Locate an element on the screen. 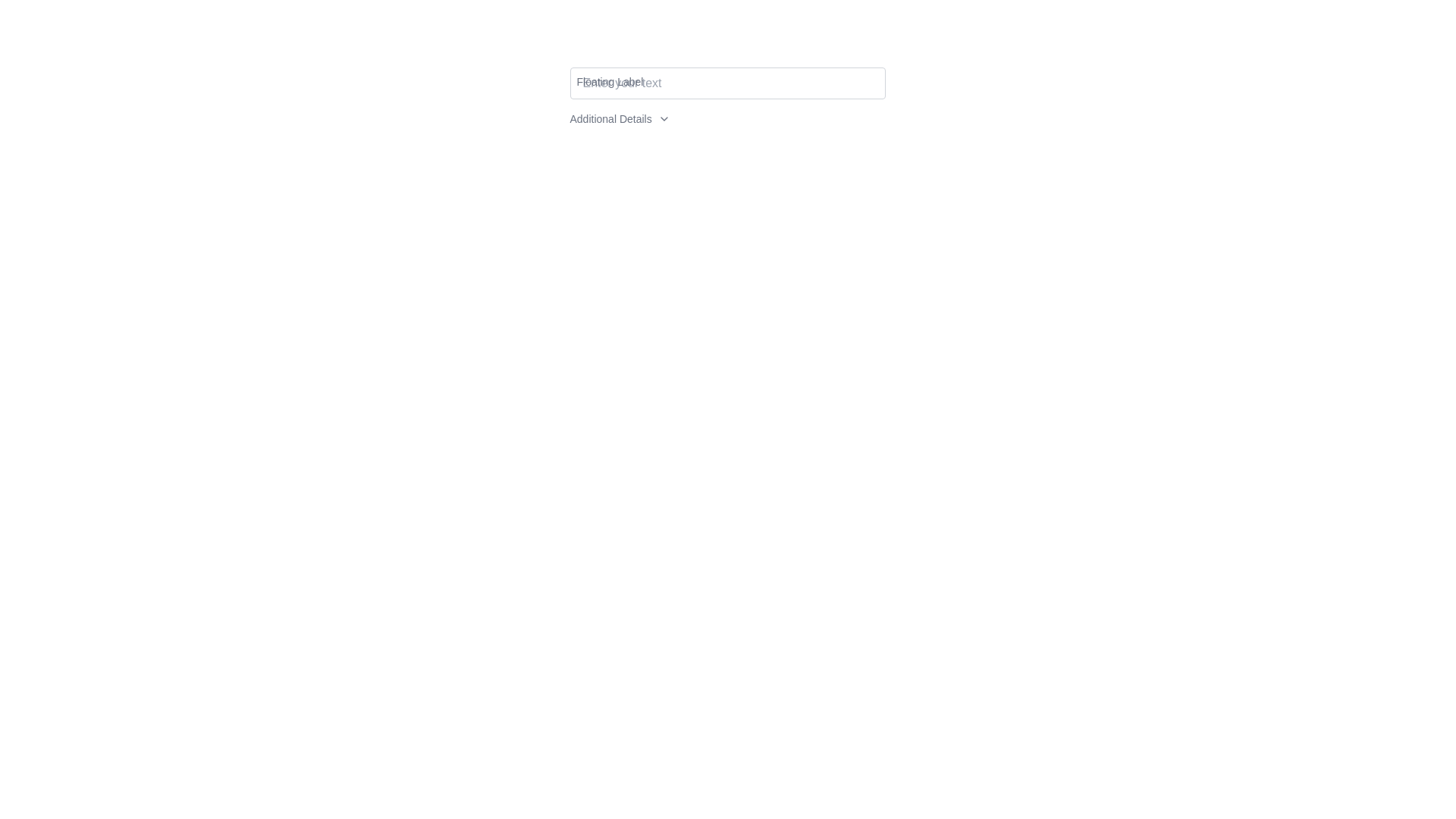 Image resolution: width=1456 pixels, height=819 pixels. the floating text label above the text input field to trigger its hover state is located at coordinates (610, 82).